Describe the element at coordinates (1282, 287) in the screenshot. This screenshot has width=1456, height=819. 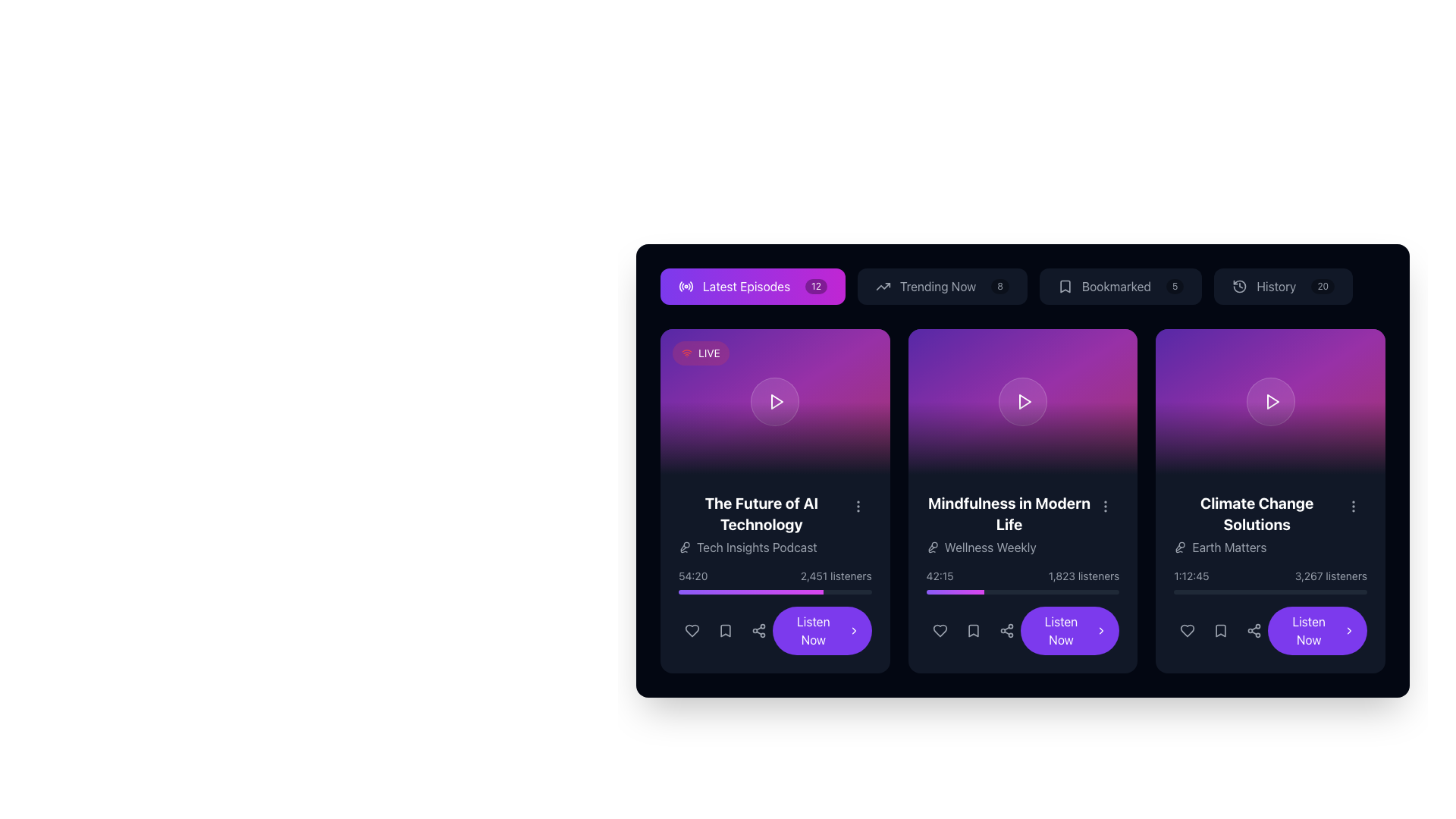
I see `the 'History' button located in the top navigation bar on the far right, identifiable by its dark gray background and clock icon on the left` at that location.